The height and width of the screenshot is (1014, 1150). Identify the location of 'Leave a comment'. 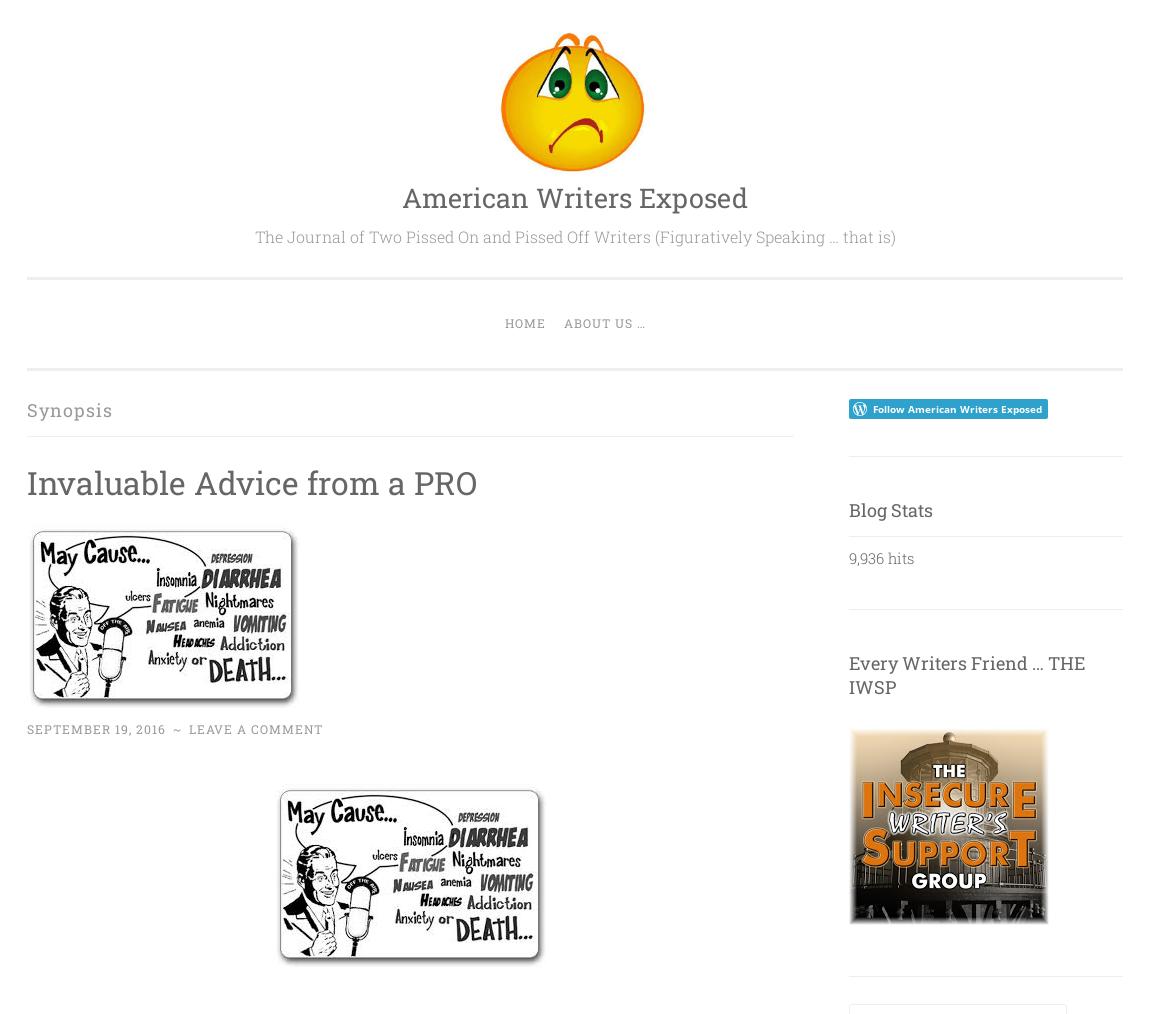
(254, 726).